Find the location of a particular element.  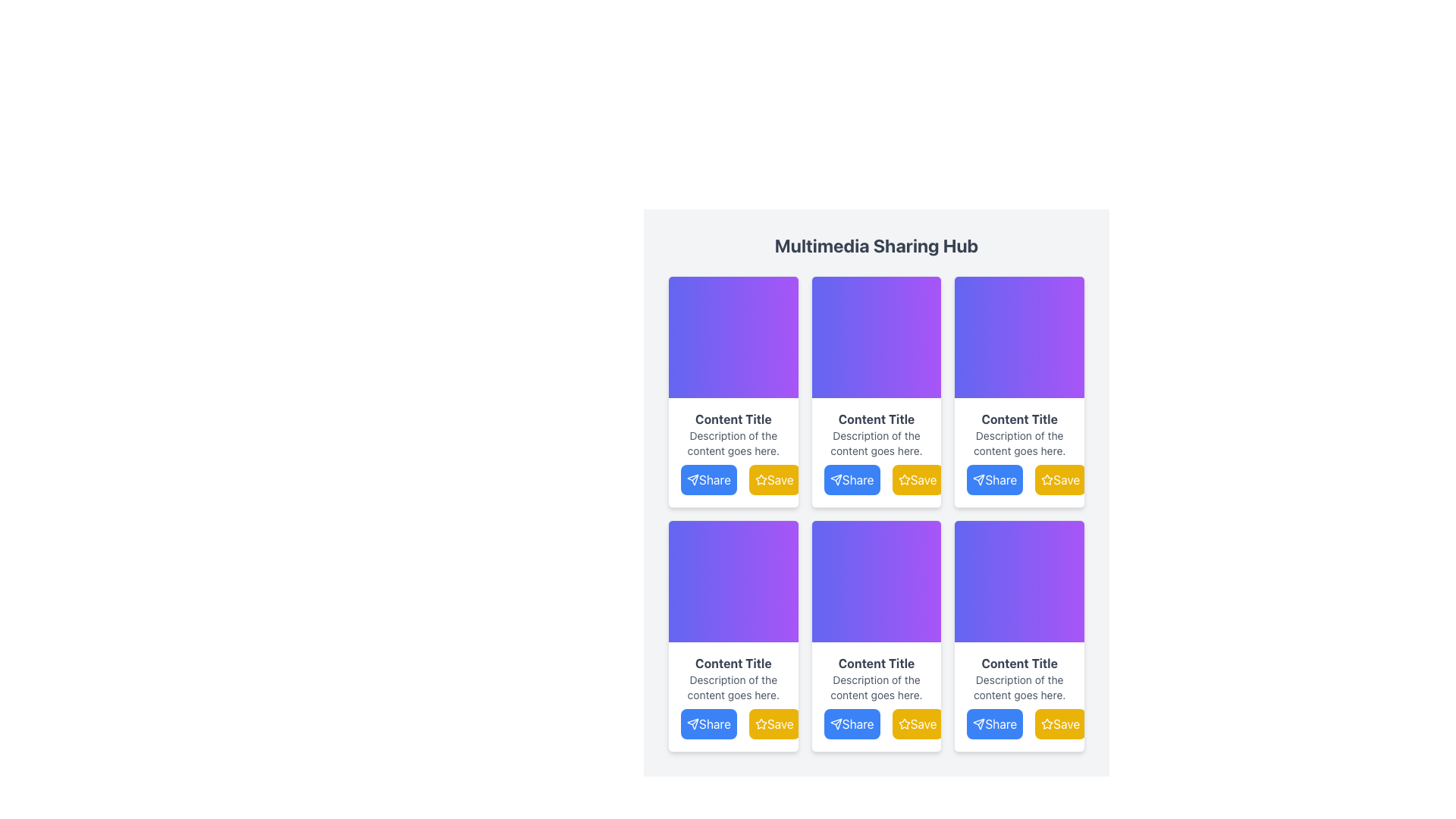

text label that displays 'Description of the content goes here.' which is styled in small gray text and located below the 'Content Title' within the card-like component is located at coordinates (733, 687).